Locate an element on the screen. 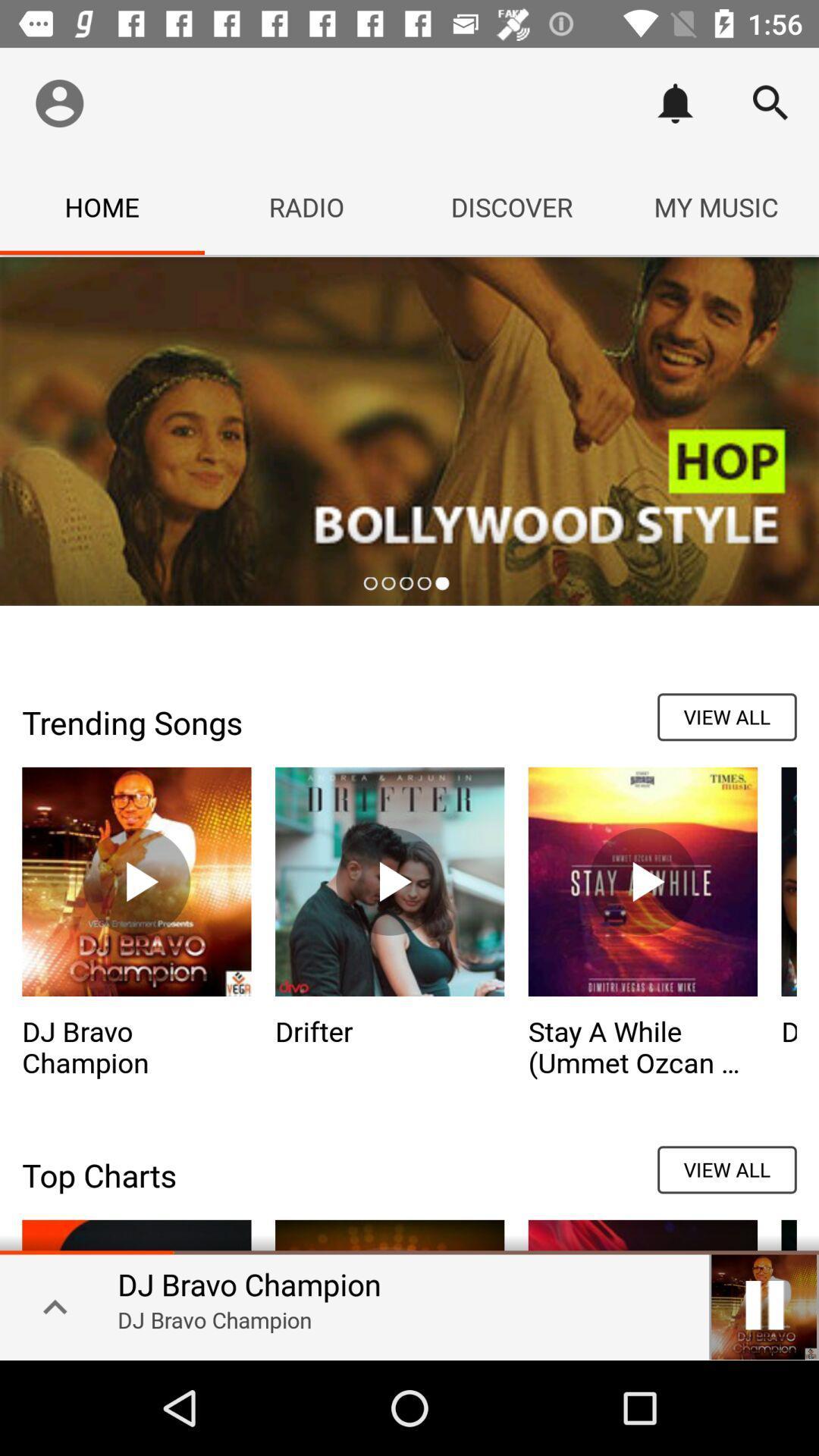 The width and height of the screenshot is (819, 1456). the pause icon is located at coordinates (764, 1304).